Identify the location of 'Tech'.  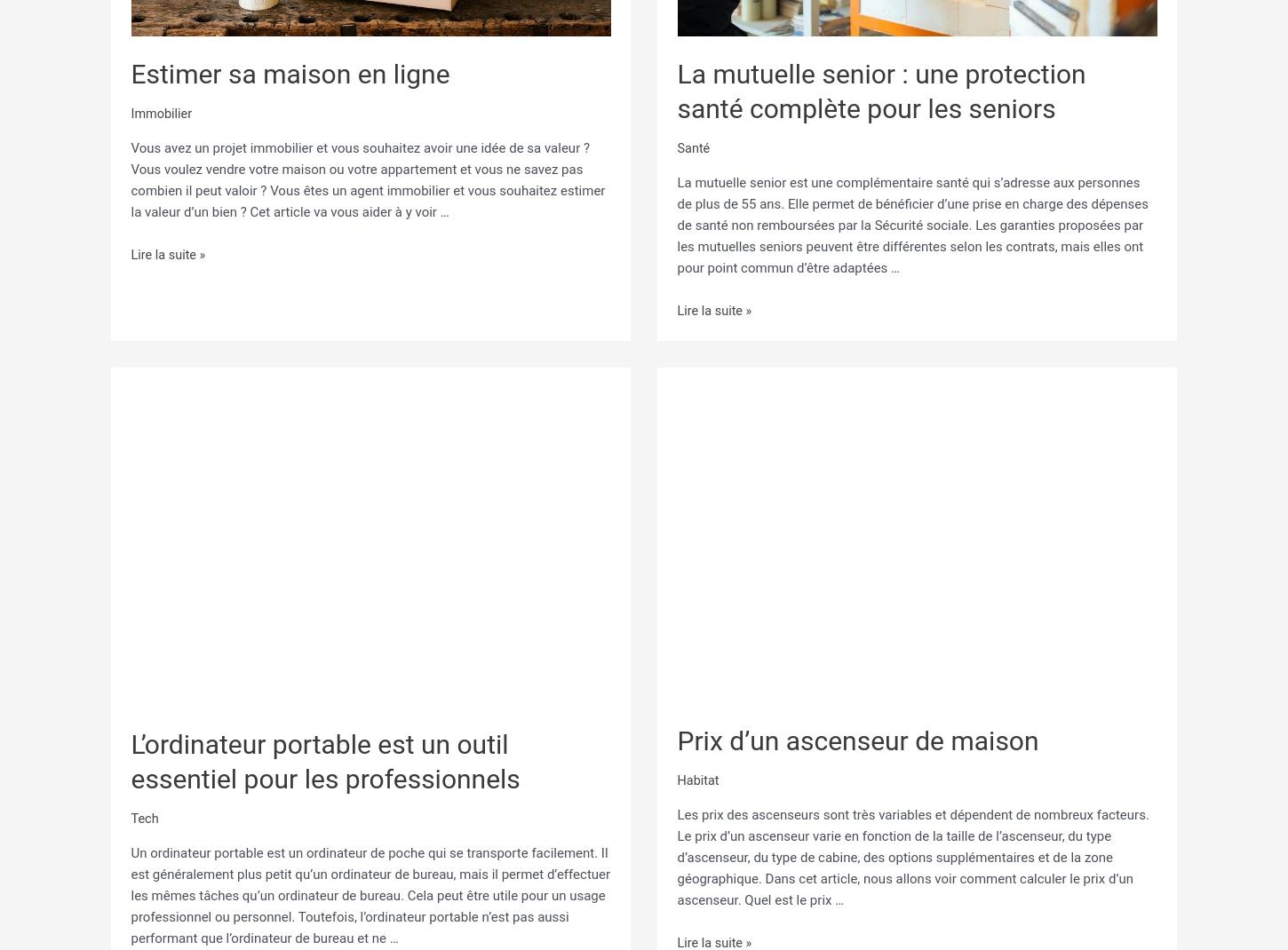
(143, 816).